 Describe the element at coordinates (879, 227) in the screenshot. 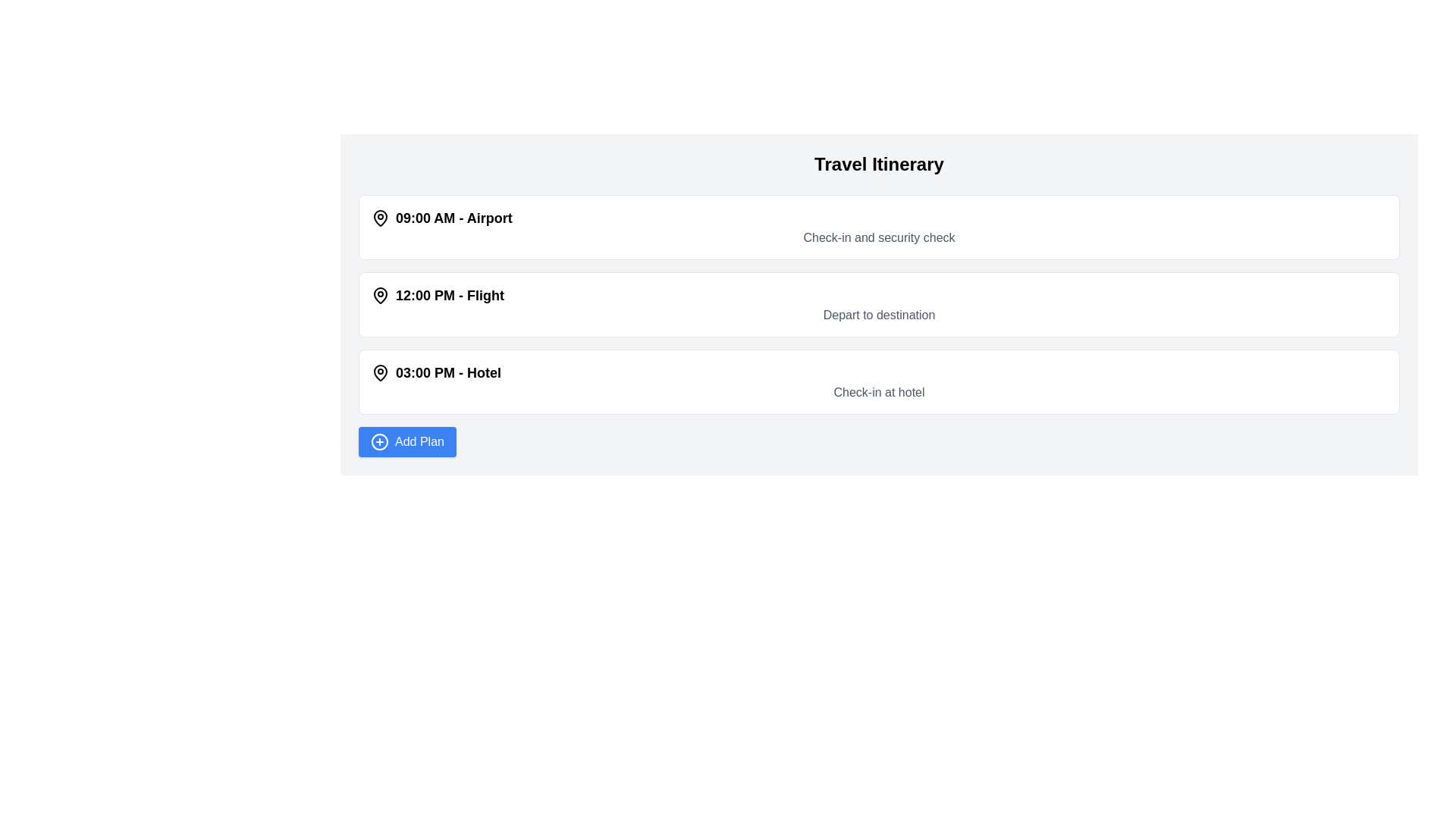

I see `the Event Card displaying '09:00 AM - Airport' in the Travel Itinerary section` at that location.